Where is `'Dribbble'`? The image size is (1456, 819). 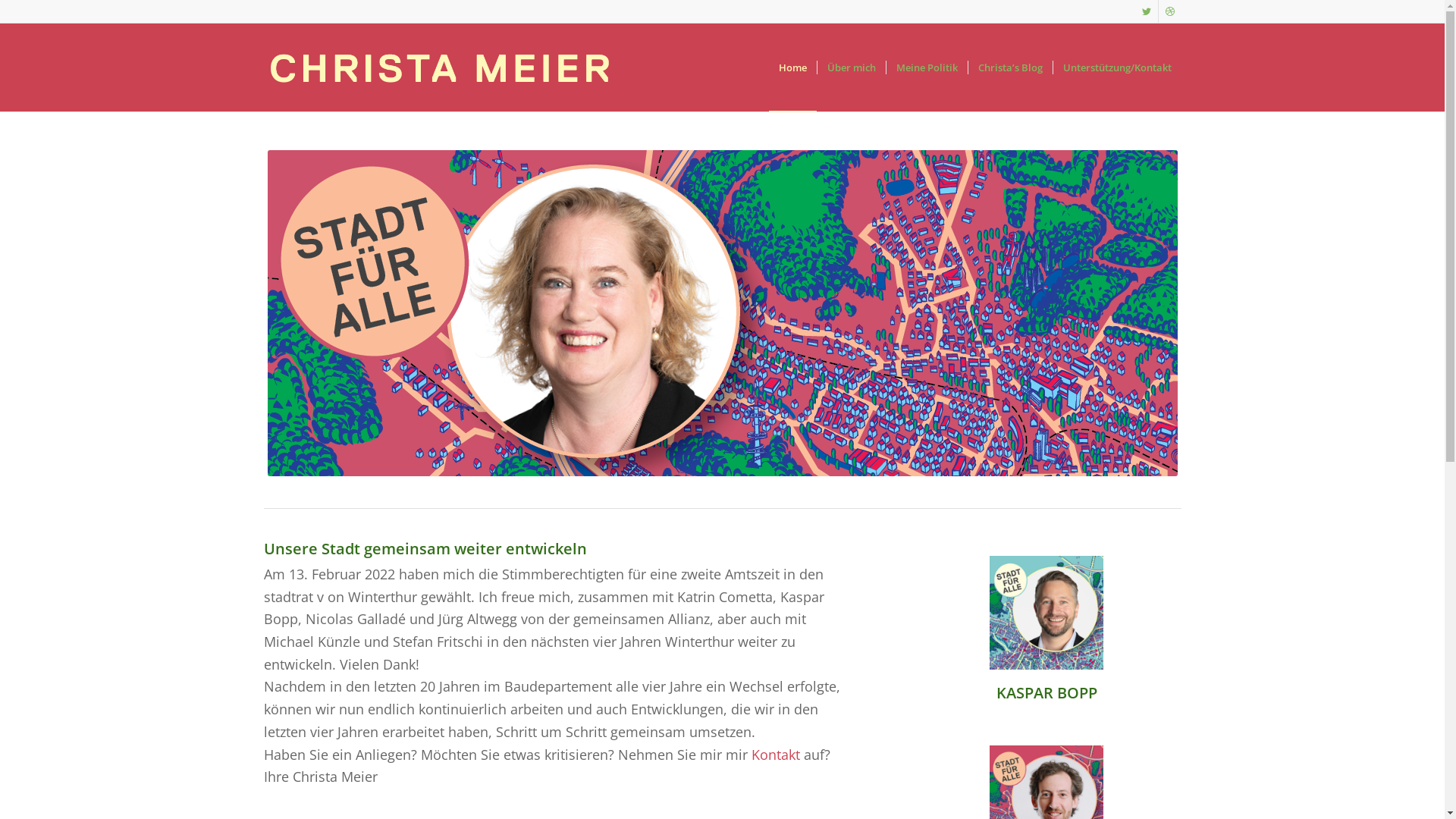 'Dribbble' is located at coordinates (1169, 11).